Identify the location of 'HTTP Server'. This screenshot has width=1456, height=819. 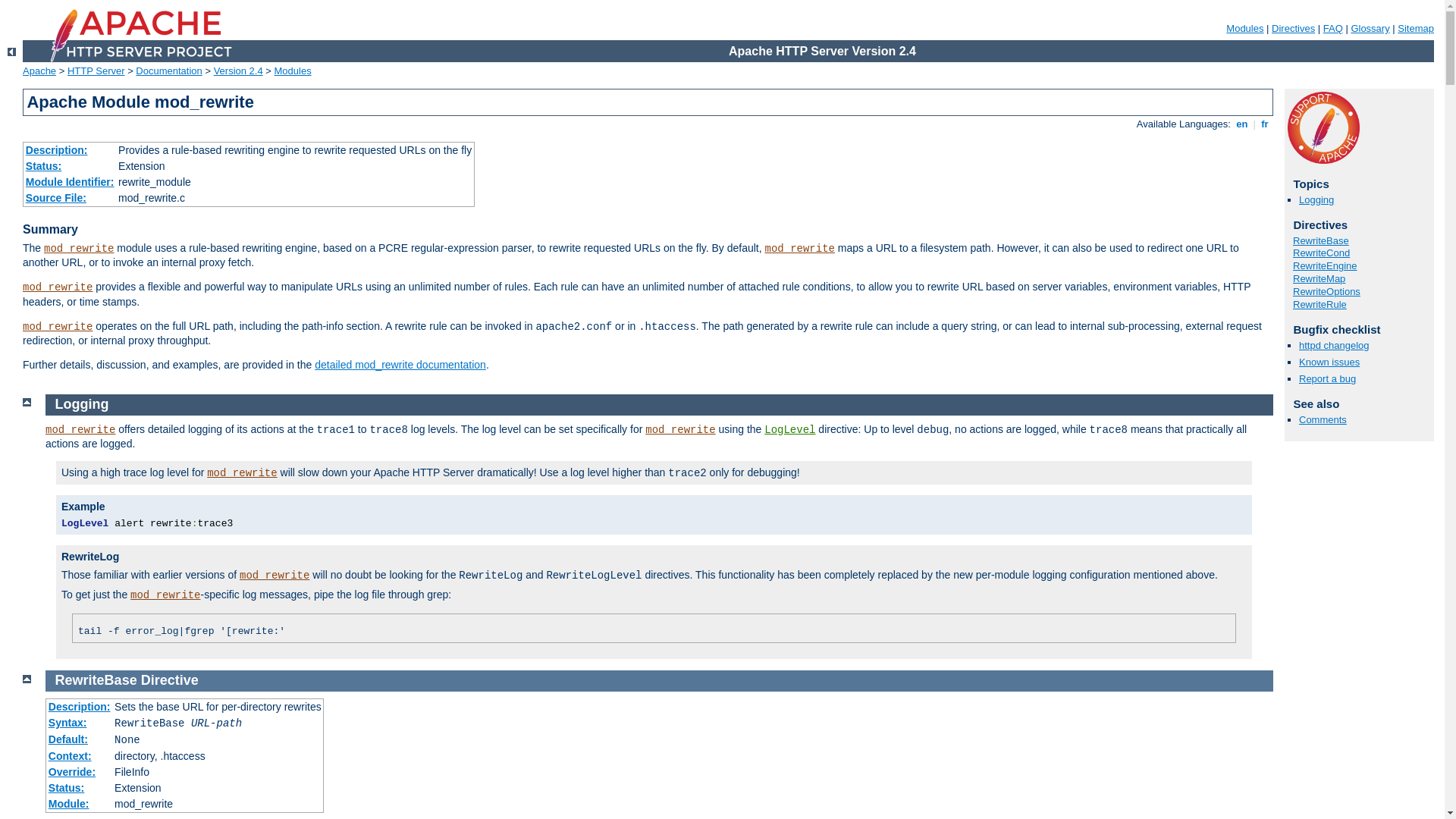
(67, 71).